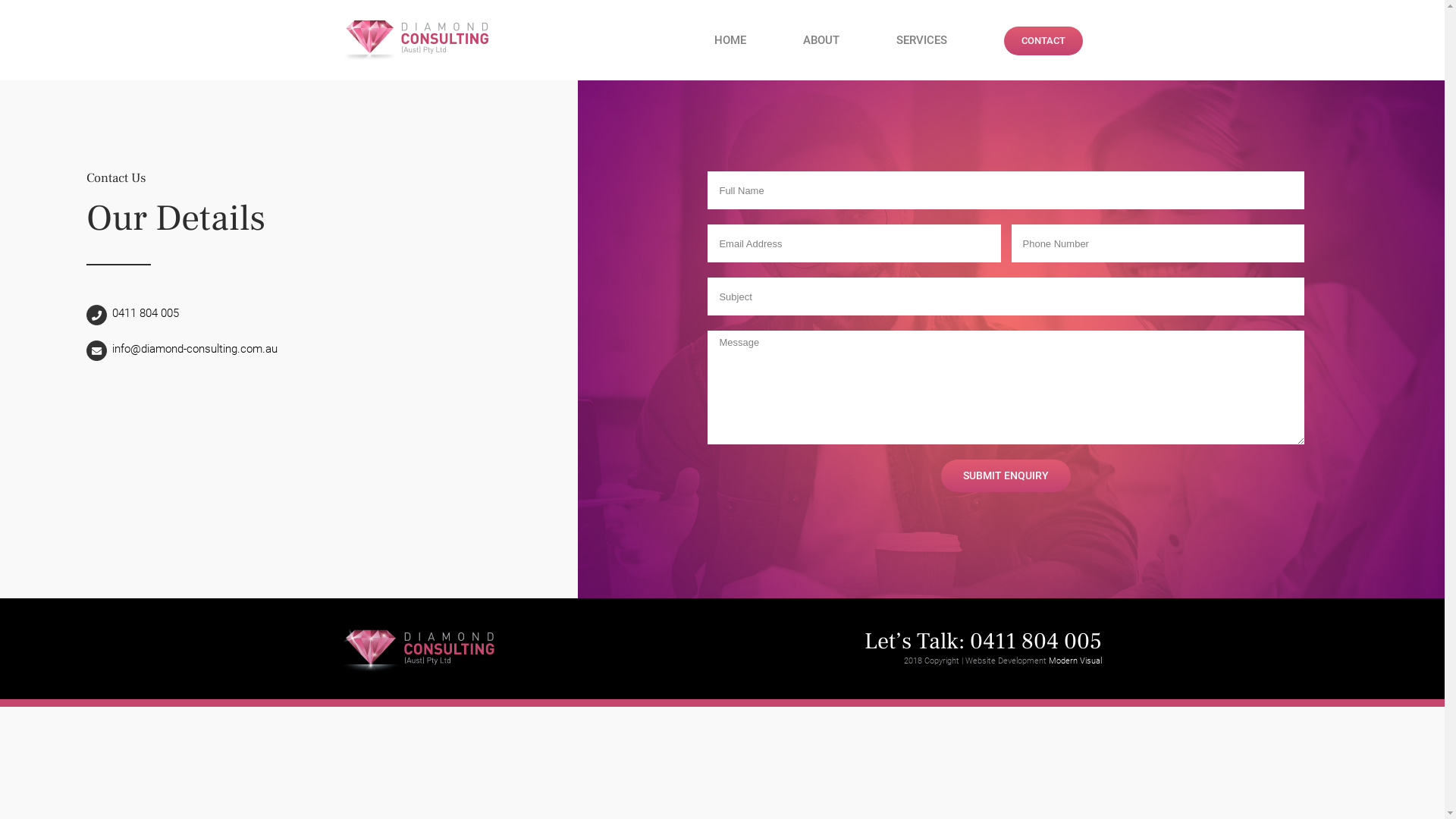  Describe the element at coordinates (920, 39) in the screenshot. I see `'SERVICES'` at that location.